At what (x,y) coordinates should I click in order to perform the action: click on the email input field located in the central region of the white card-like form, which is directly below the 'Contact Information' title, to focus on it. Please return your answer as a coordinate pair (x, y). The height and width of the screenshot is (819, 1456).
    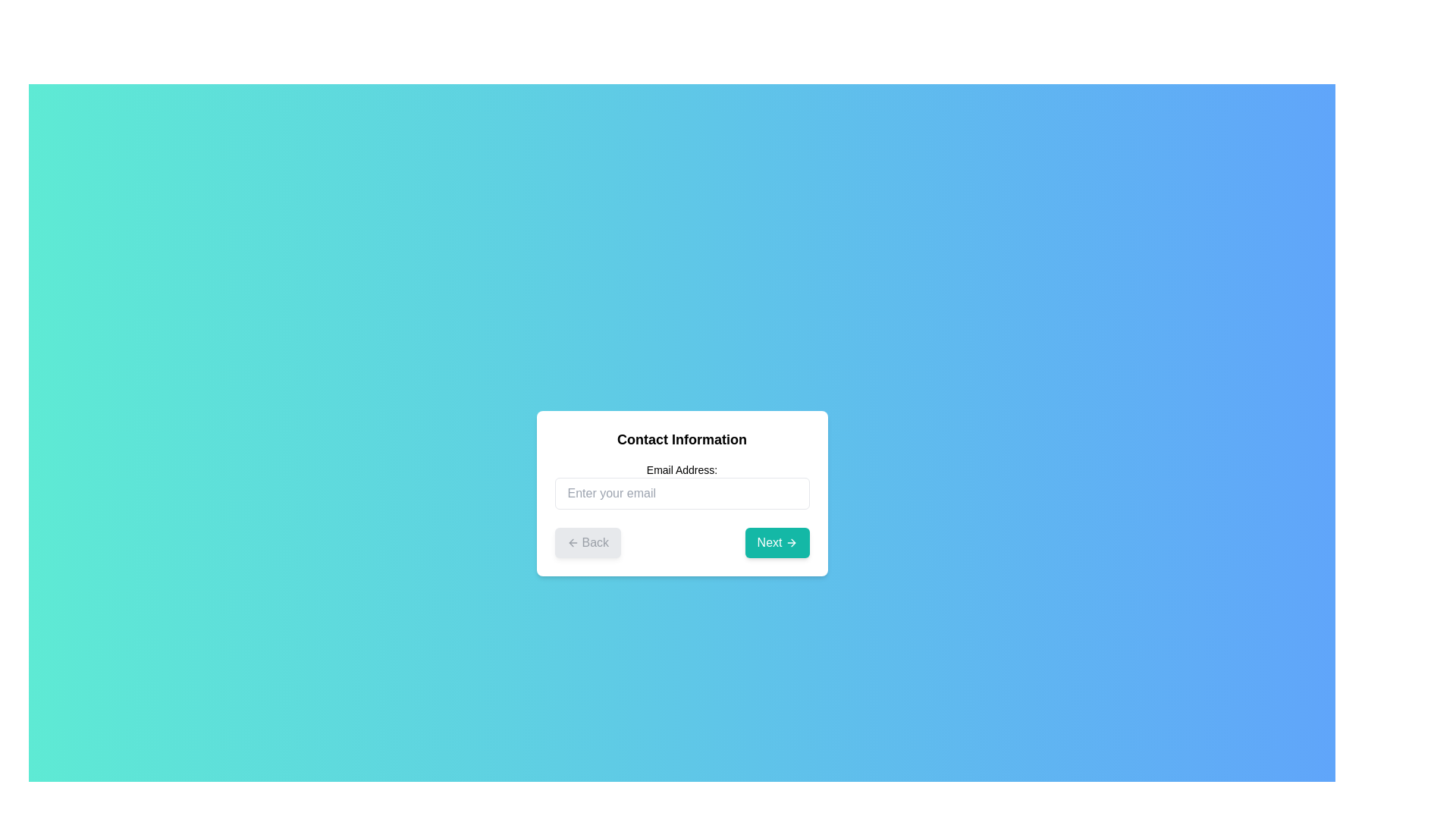
    Looking at the image, I should click on (681, 485).